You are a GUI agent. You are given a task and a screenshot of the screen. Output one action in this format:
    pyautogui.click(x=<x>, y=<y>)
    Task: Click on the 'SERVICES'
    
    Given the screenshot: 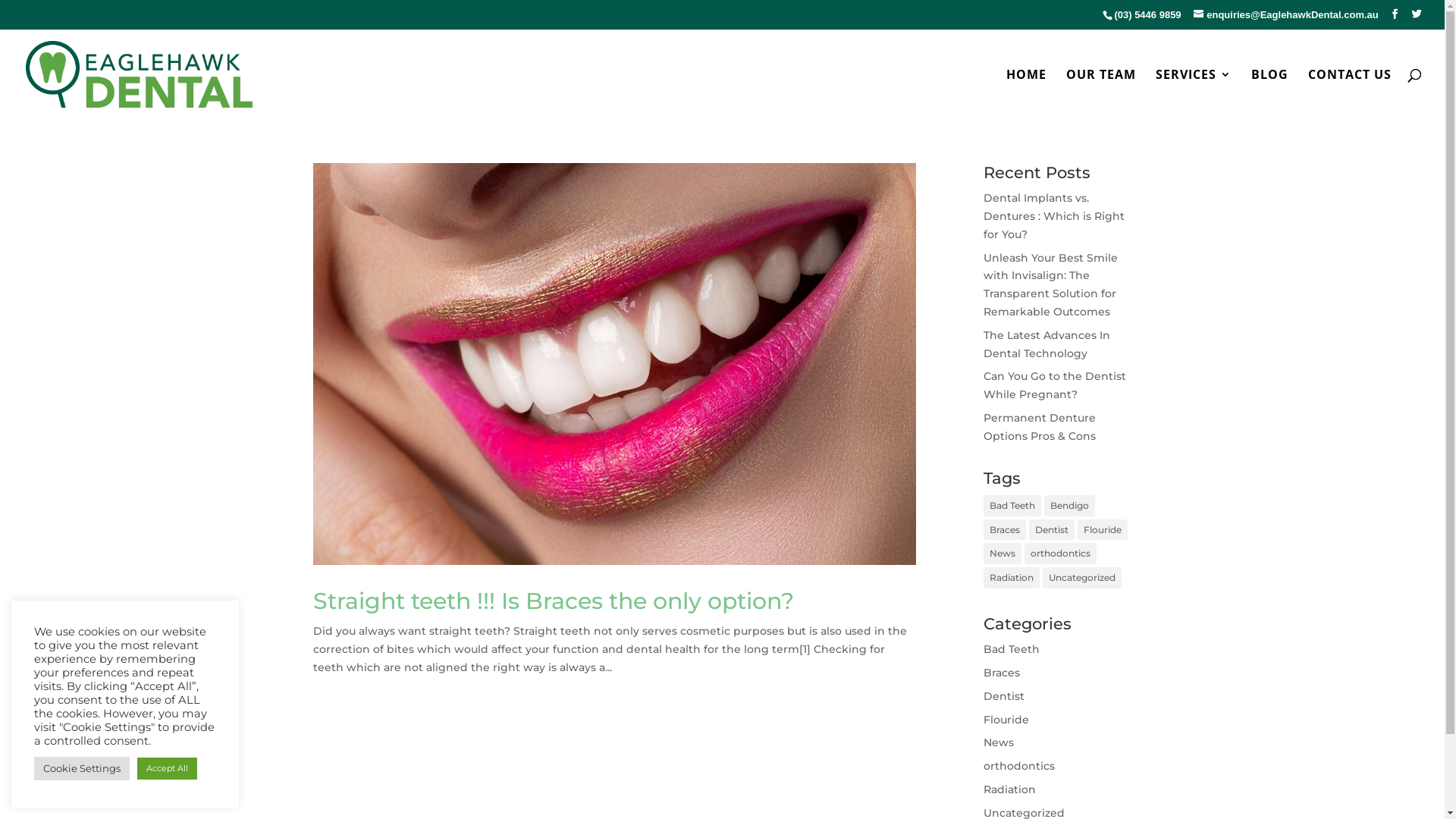 What is the action you would take?
    pyautogui.click(x=1193, y=93)
    